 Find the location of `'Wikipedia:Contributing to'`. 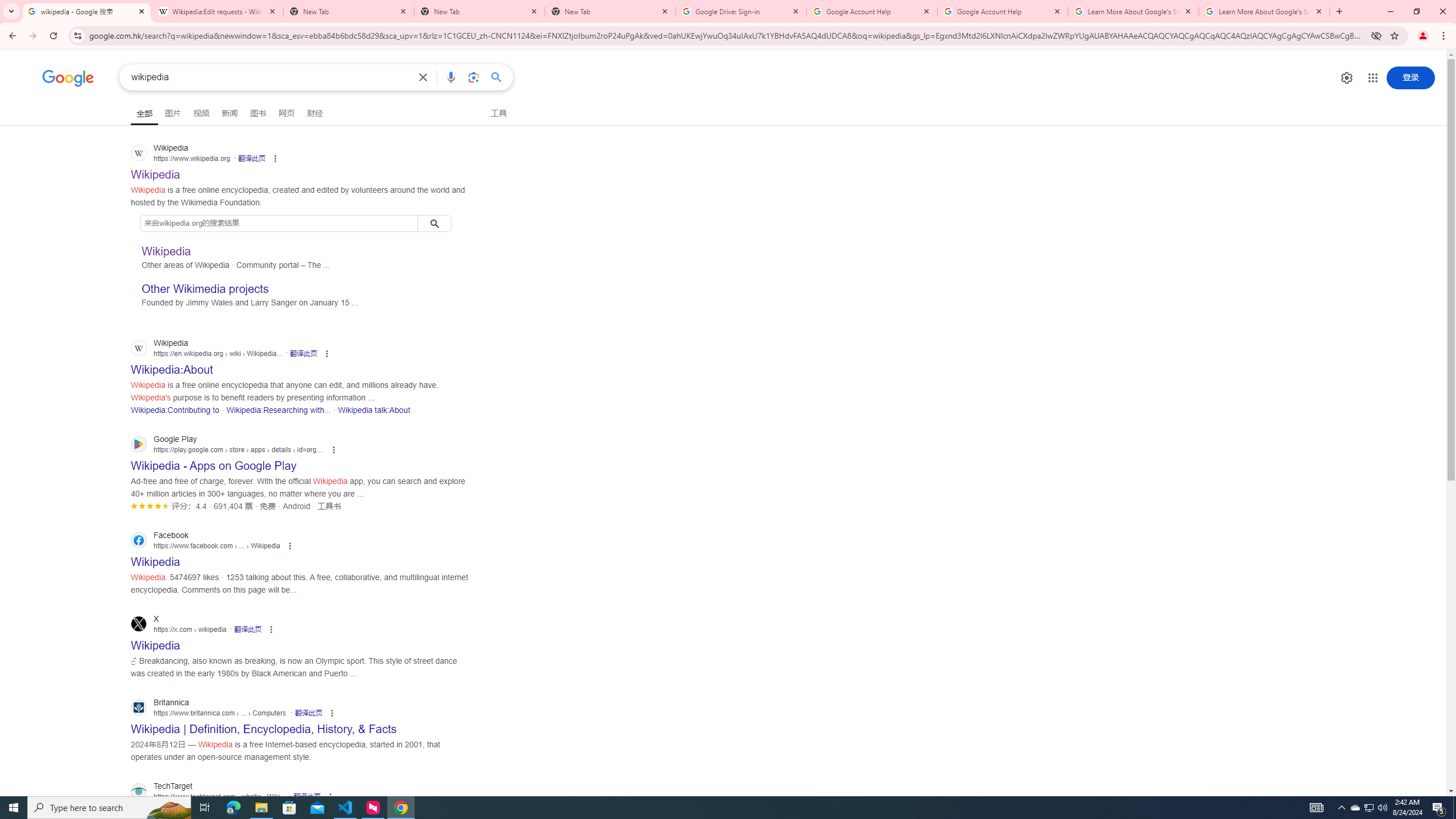

'Wikipedia:Contributing to' is located at coordinates (175, 409).